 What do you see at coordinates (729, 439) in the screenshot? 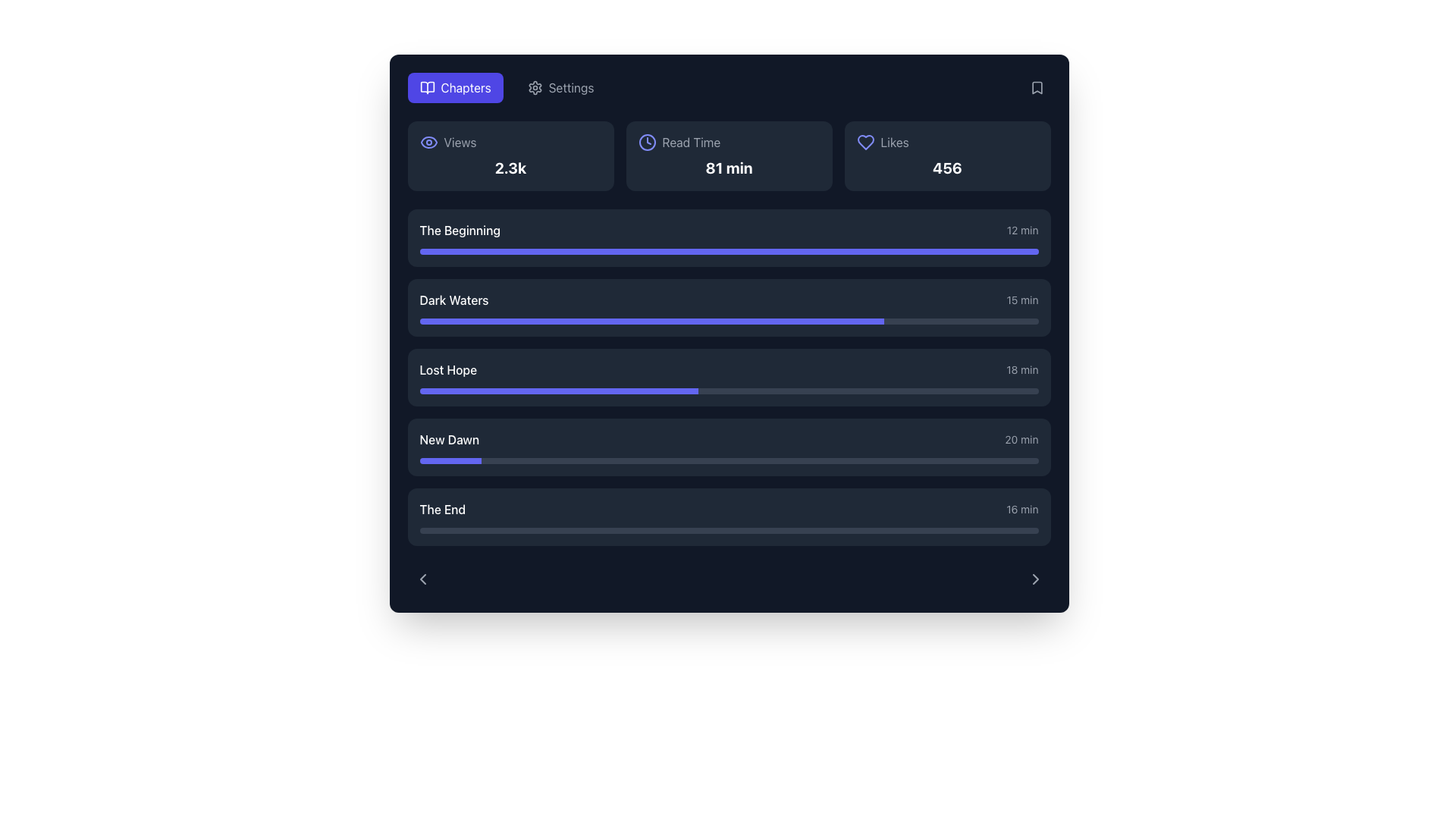
I see `the list item titled 'New Dawn'` at bounding box center [729, 439].